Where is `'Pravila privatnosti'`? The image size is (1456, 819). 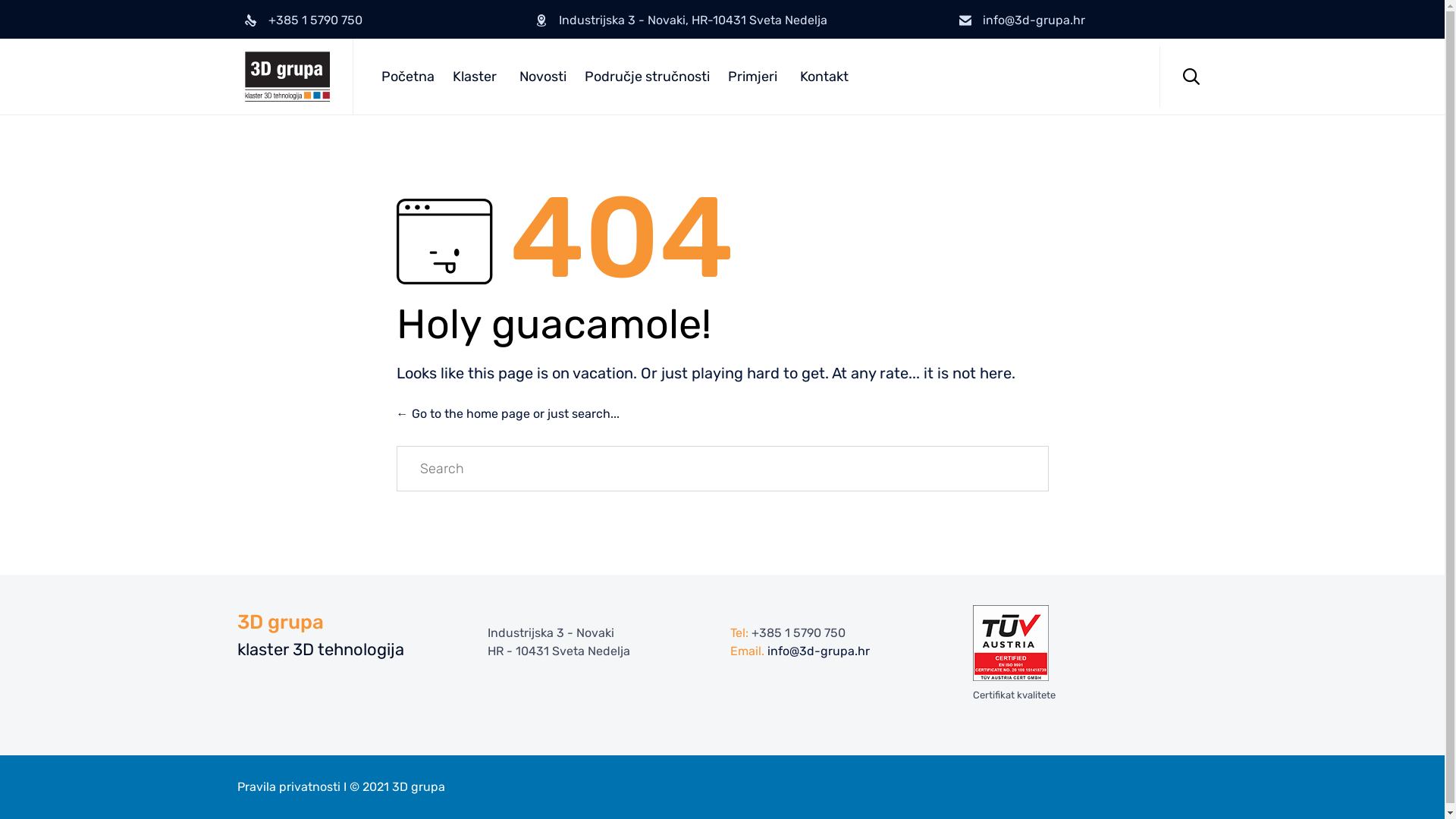 'Pravila privatnosti' is located at coordinates (287, 786).